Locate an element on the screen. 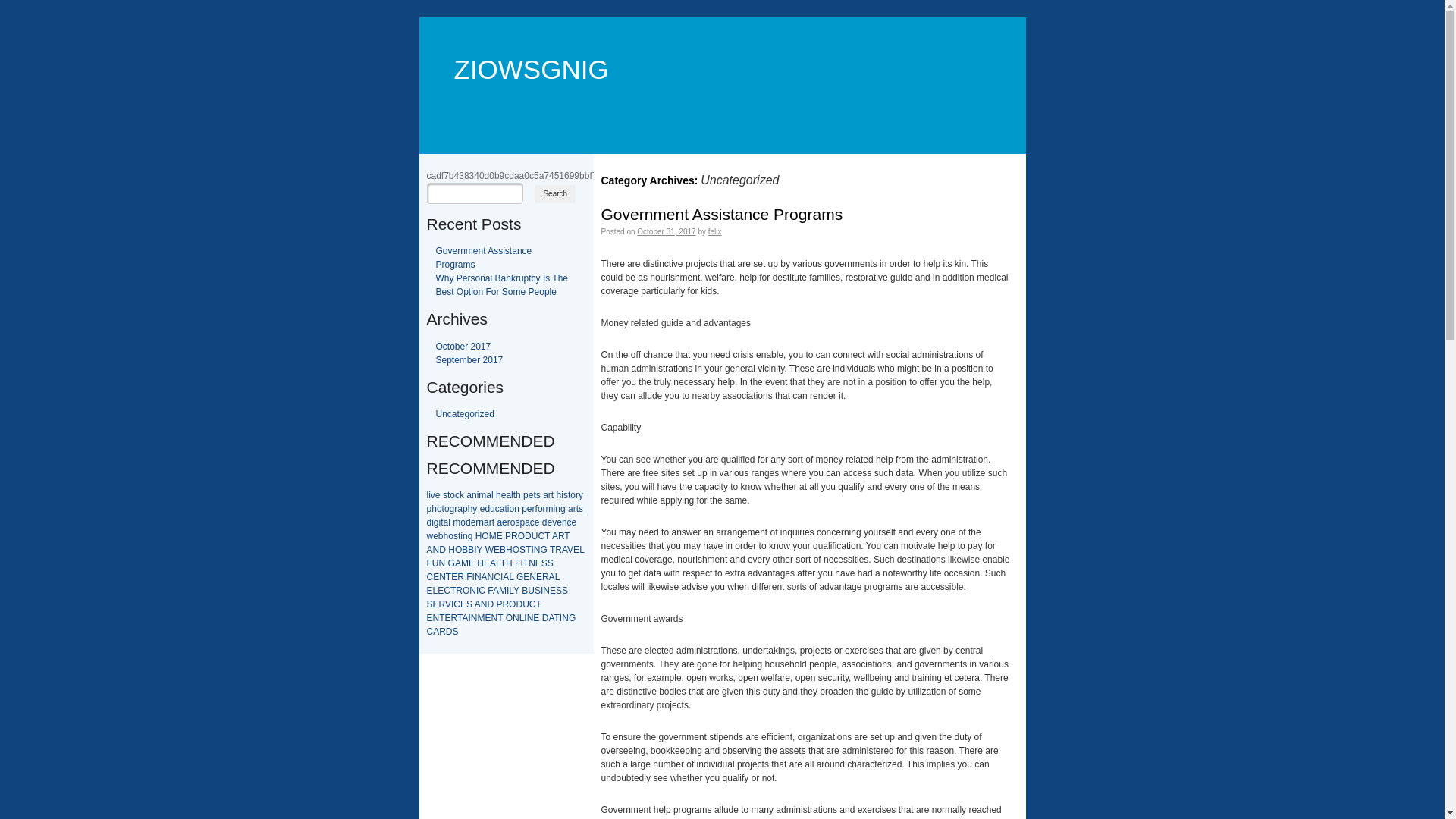 The width and height of the screenshot is (1456, 819). 'p' is located at coordinates (522, 522).